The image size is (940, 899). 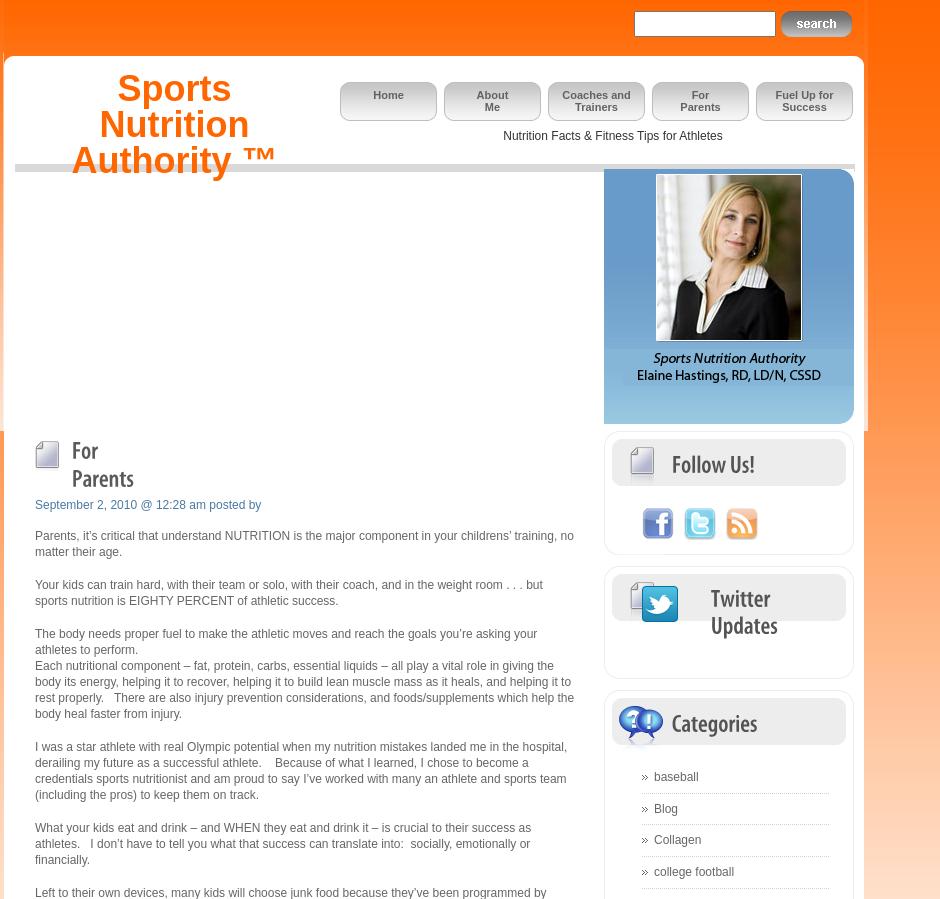 What do you see at coordinates (299, 769) in the screenshot?
I see `'I was a star athlete with real Olympic potential when my nutrition mistakes landed me in the hospital, derailing my future as a successful athlete.    Because of what I learned, I chose to become a credentials sports nutritionist and am proud to say I’ve worked with many an athlete and sports team (including the pros) to keep them on track.'` at bounding box center [299, 769].